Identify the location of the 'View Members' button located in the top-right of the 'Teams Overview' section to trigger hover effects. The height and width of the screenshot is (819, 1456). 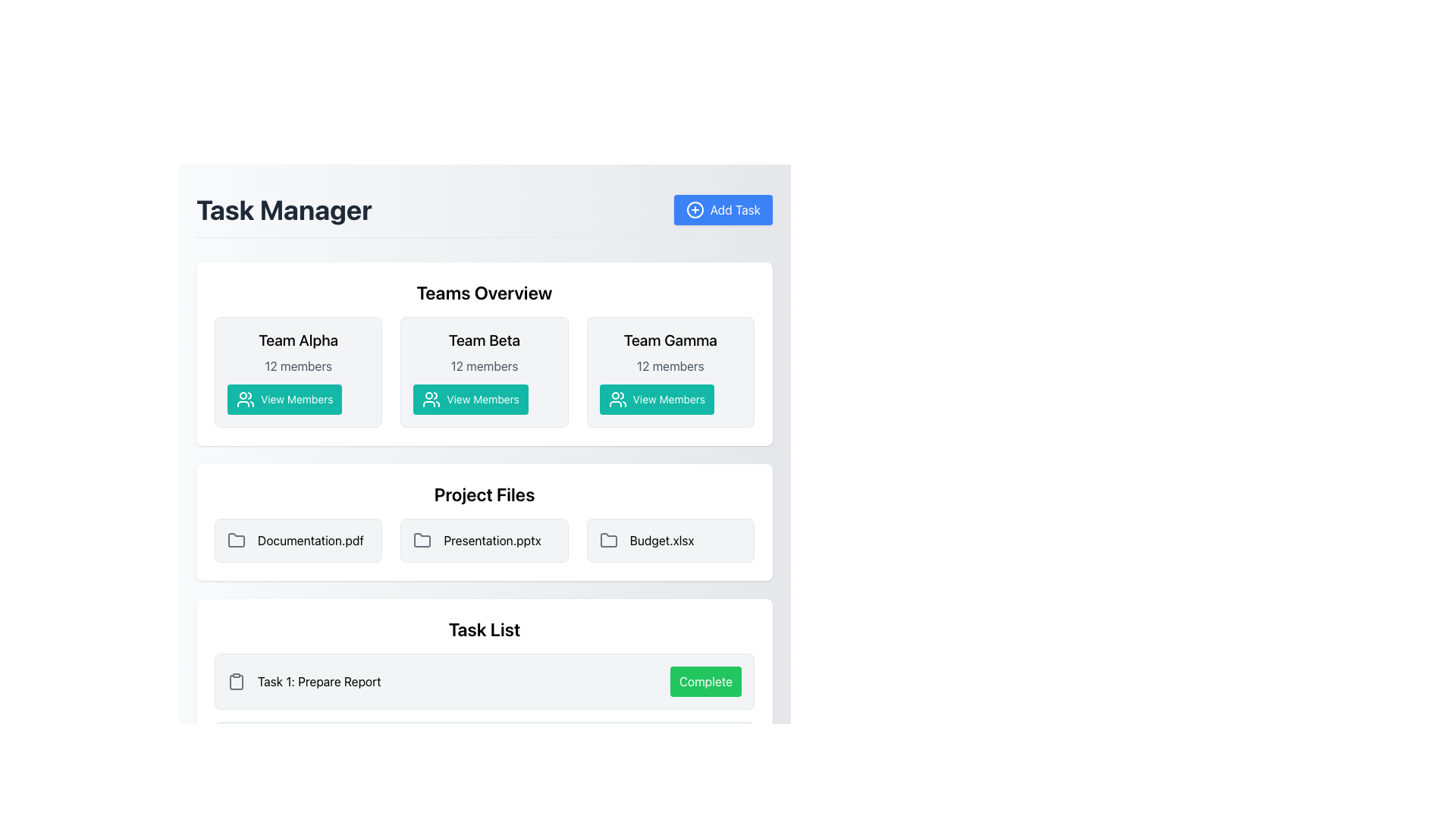
(657, 399).